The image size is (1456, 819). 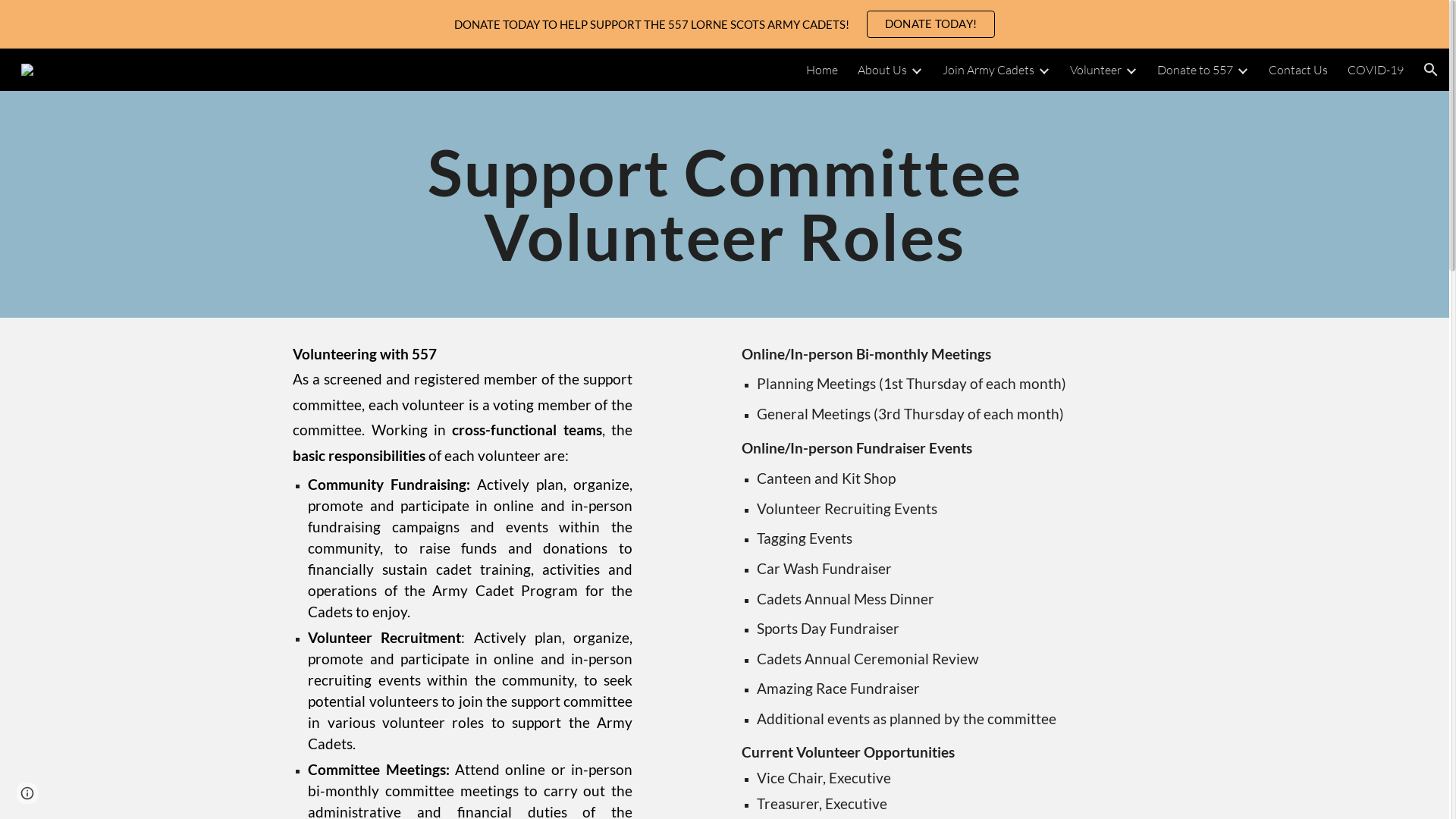 What do you see at coordinates (805, 70) in the screenshot?
I see `'Home'` at bounding box center [805, 70].